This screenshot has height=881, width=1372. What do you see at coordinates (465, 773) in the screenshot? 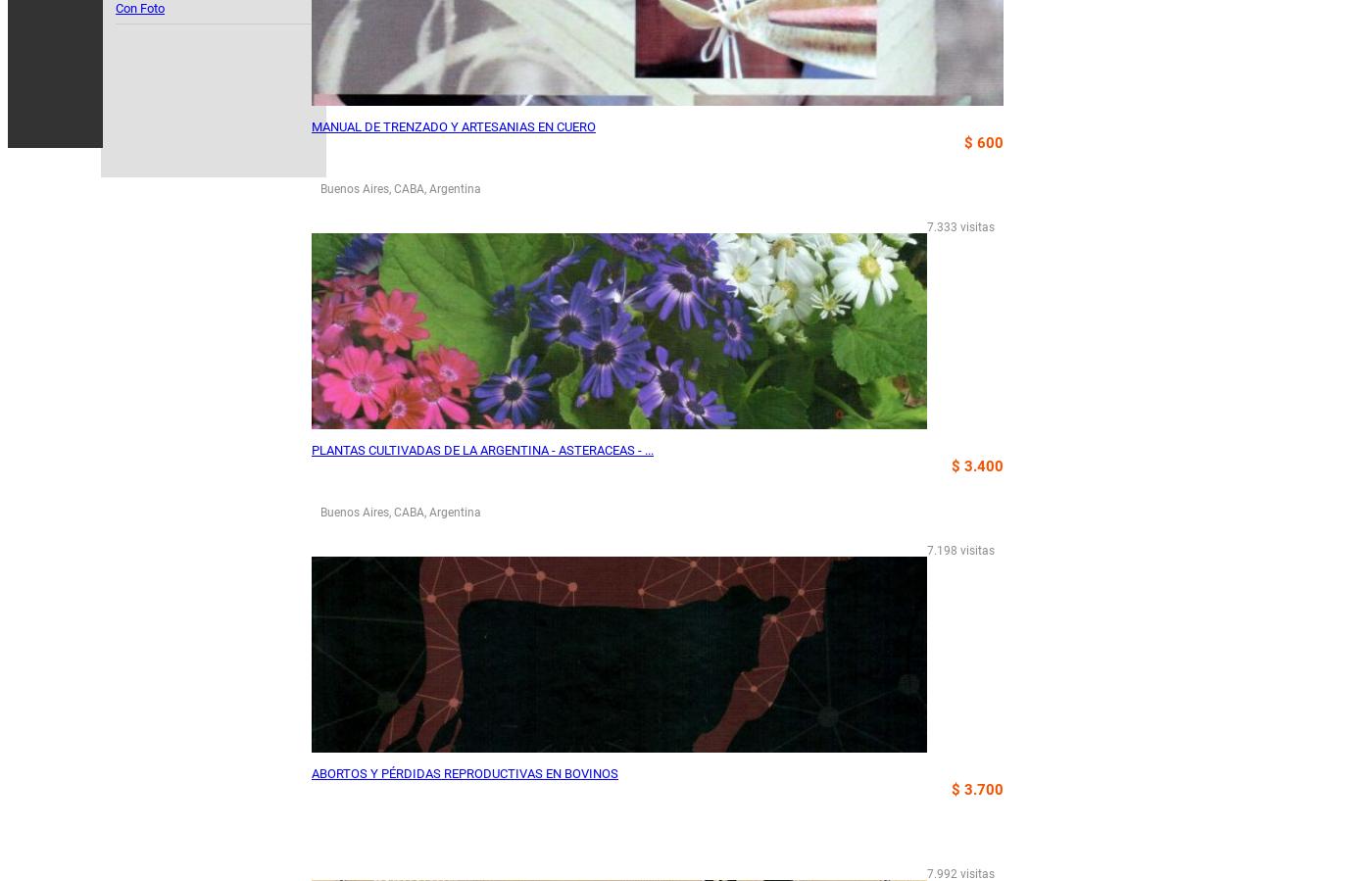
I see `'ABORTOS Y PÉRDIDAS REPRODUCTIVAS EN BOVINOS'` at bounding box center [465, 773].